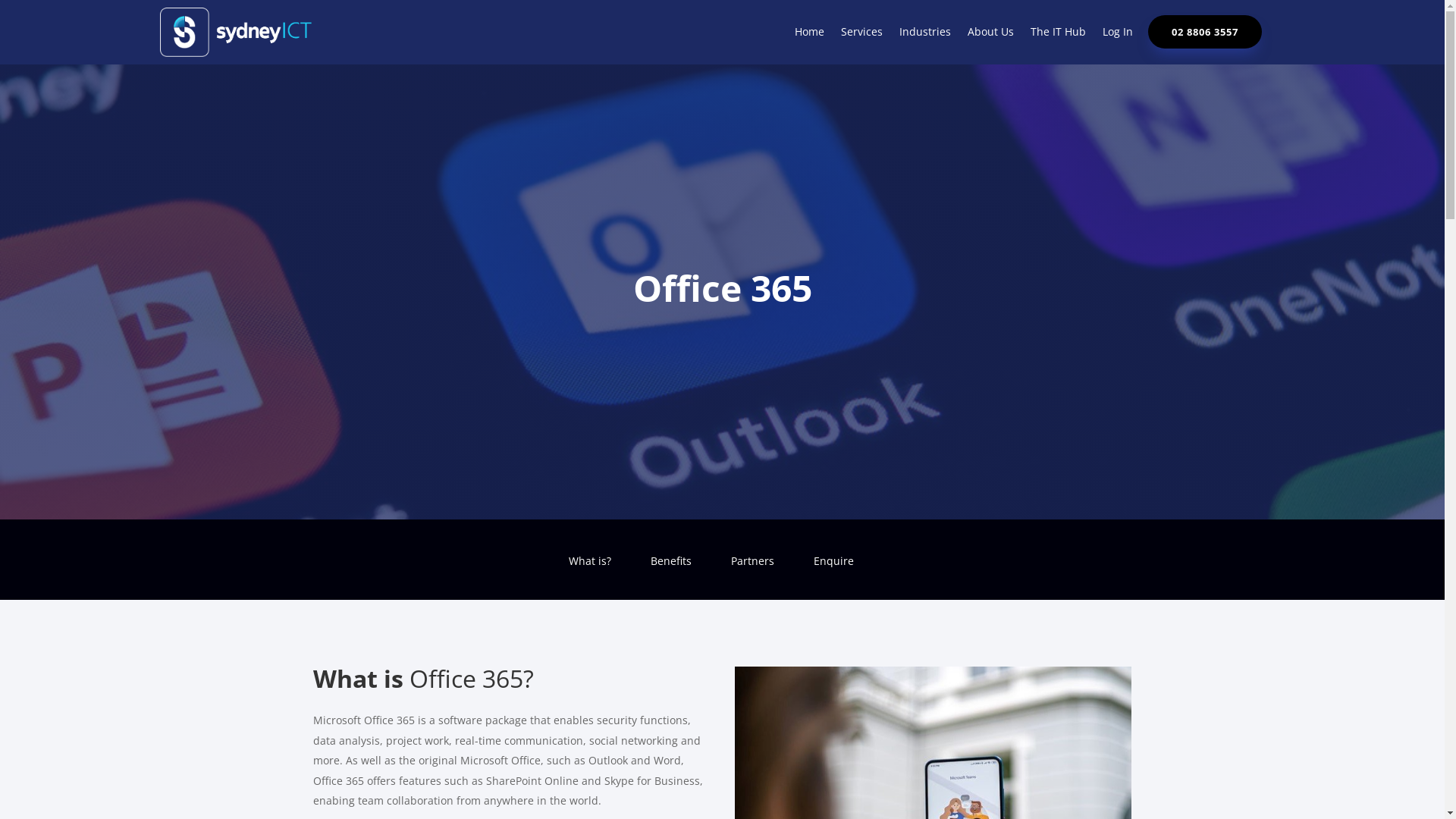  Describe the element at coordinates (967, 34) in the screenshot. I see `'About Us'` at that location.